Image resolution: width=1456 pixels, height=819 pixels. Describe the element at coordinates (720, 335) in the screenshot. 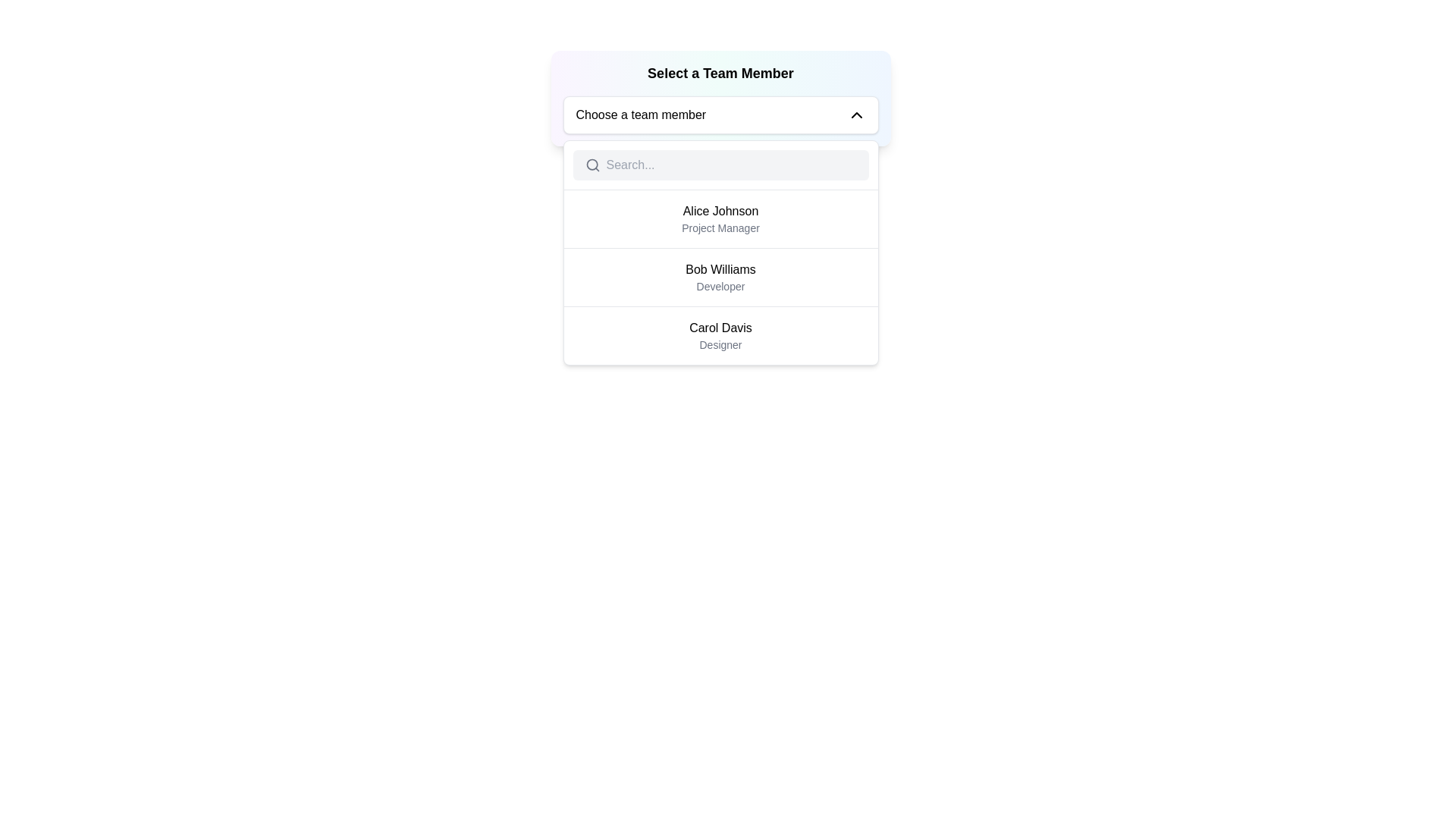

I see `the list item containing the name 'Carol Davis' and the role 'Designer'` at that location.